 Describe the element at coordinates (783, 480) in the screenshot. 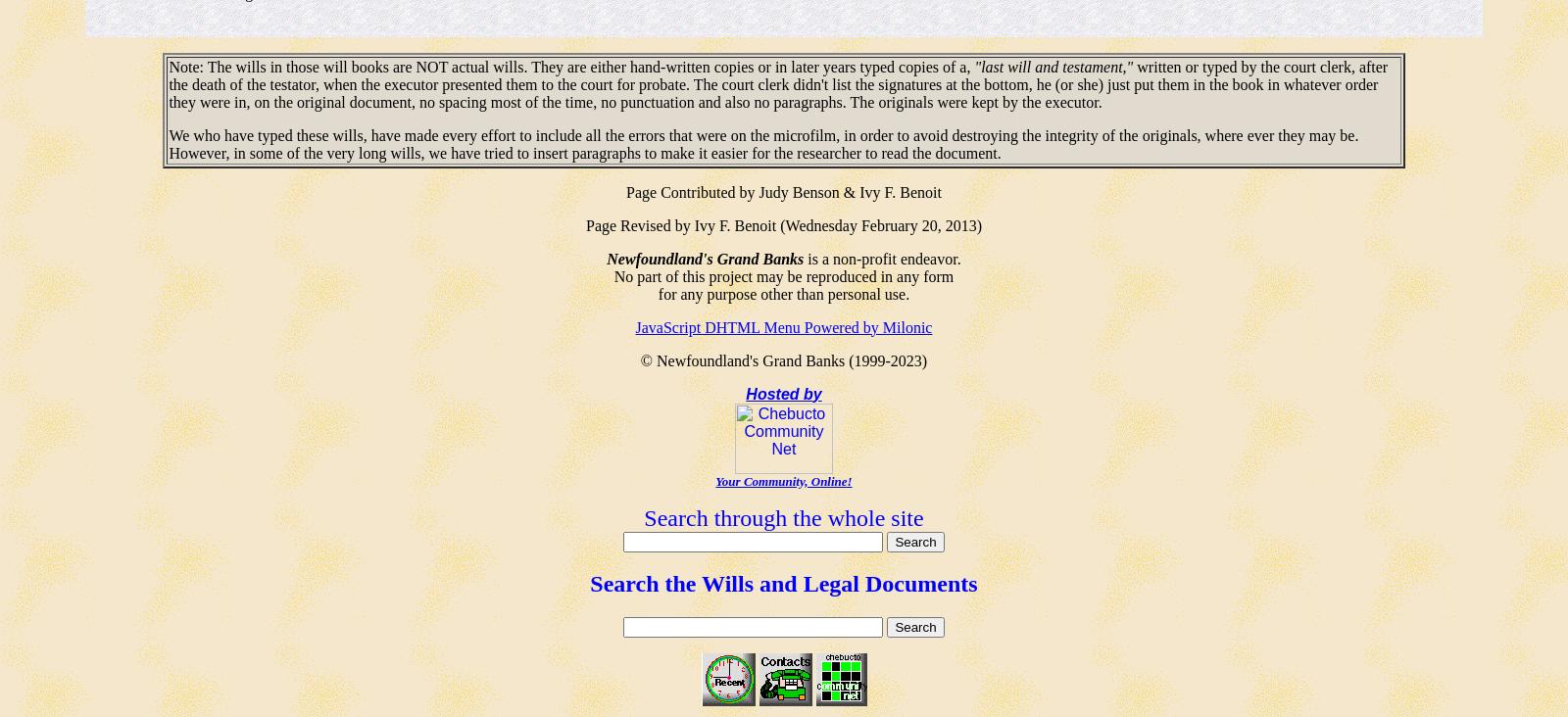

I see `'Your Community, Online!'` at that location.